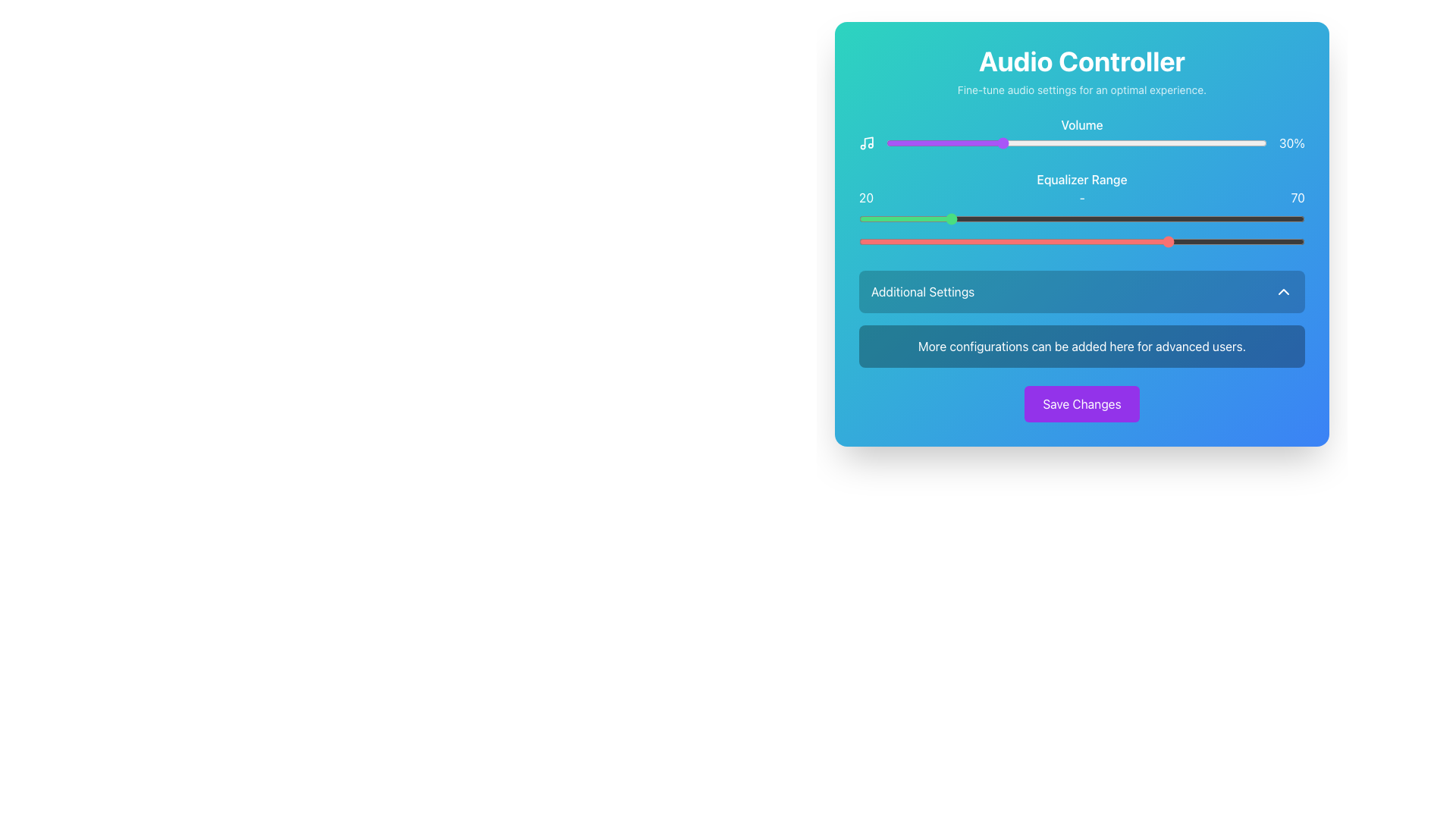  Describe the element at coordinates (890, 241) in the screenshot. I see `the equalizer range` at that location.